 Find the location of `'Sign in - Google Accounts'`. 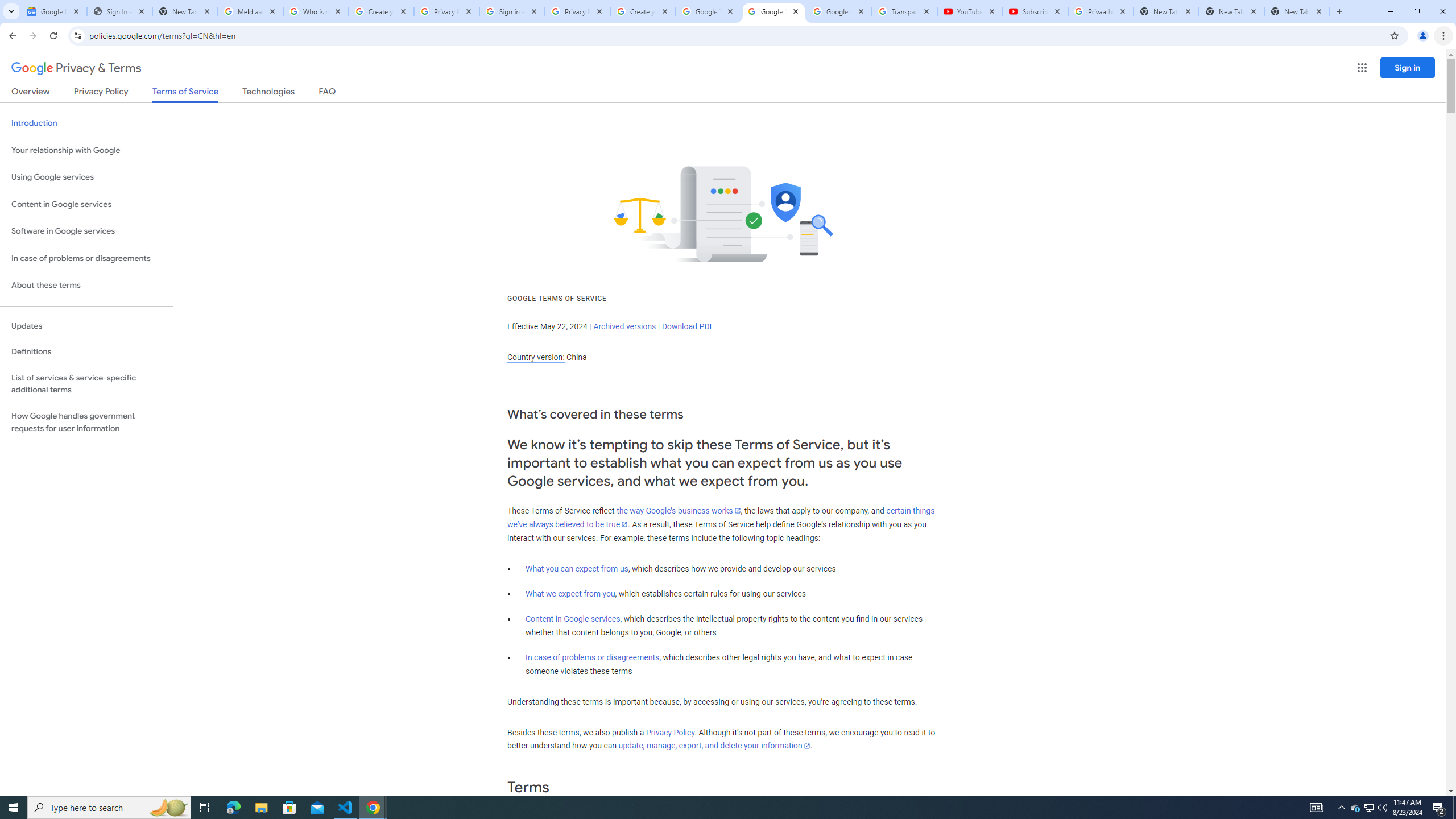

'Sign in - Google Accounts' is located at coordinates (512, 11).